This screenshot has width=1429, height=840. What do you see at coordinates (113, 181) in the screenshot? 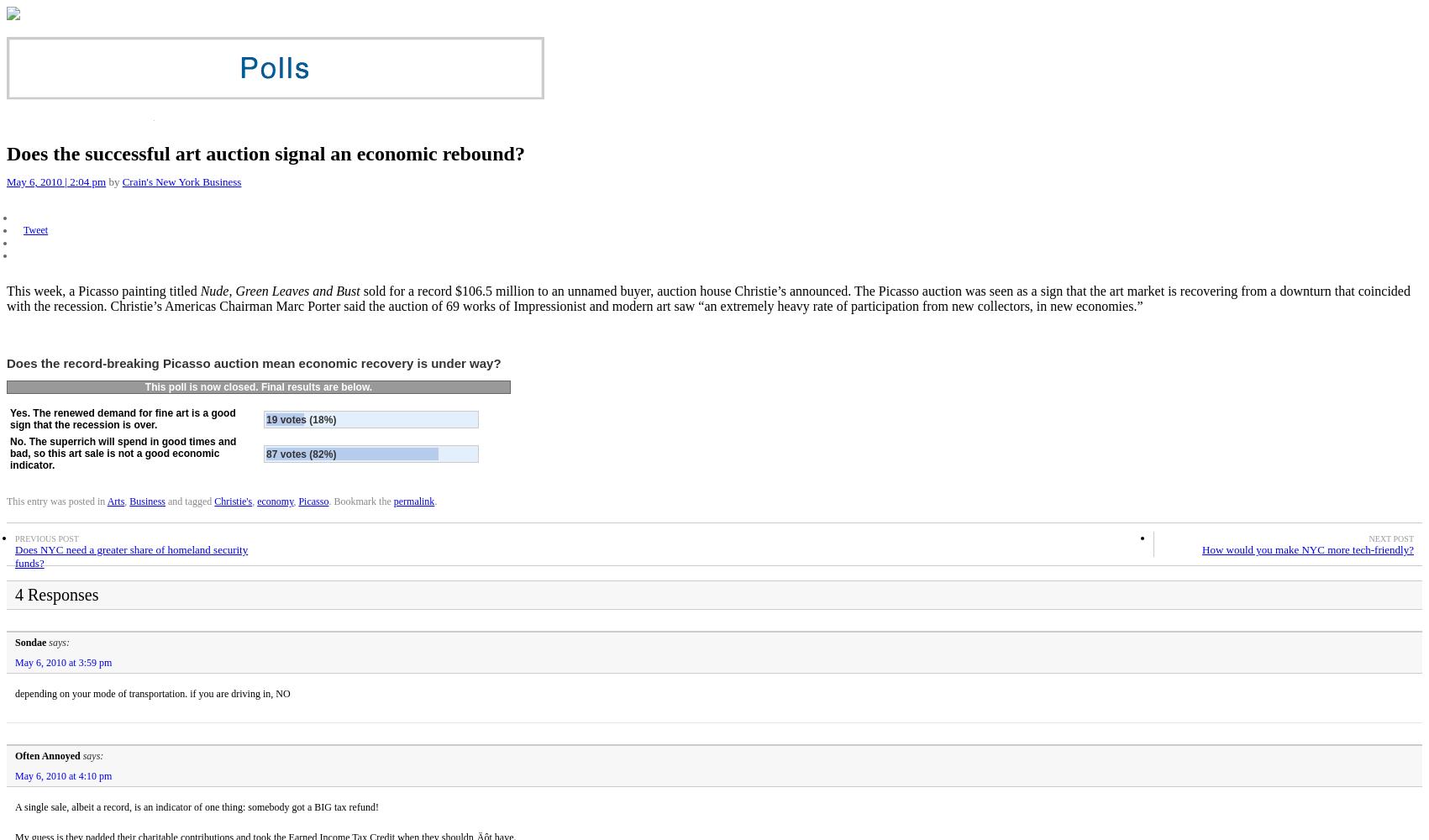
I see `'by'` at bounding box center [113, 181].